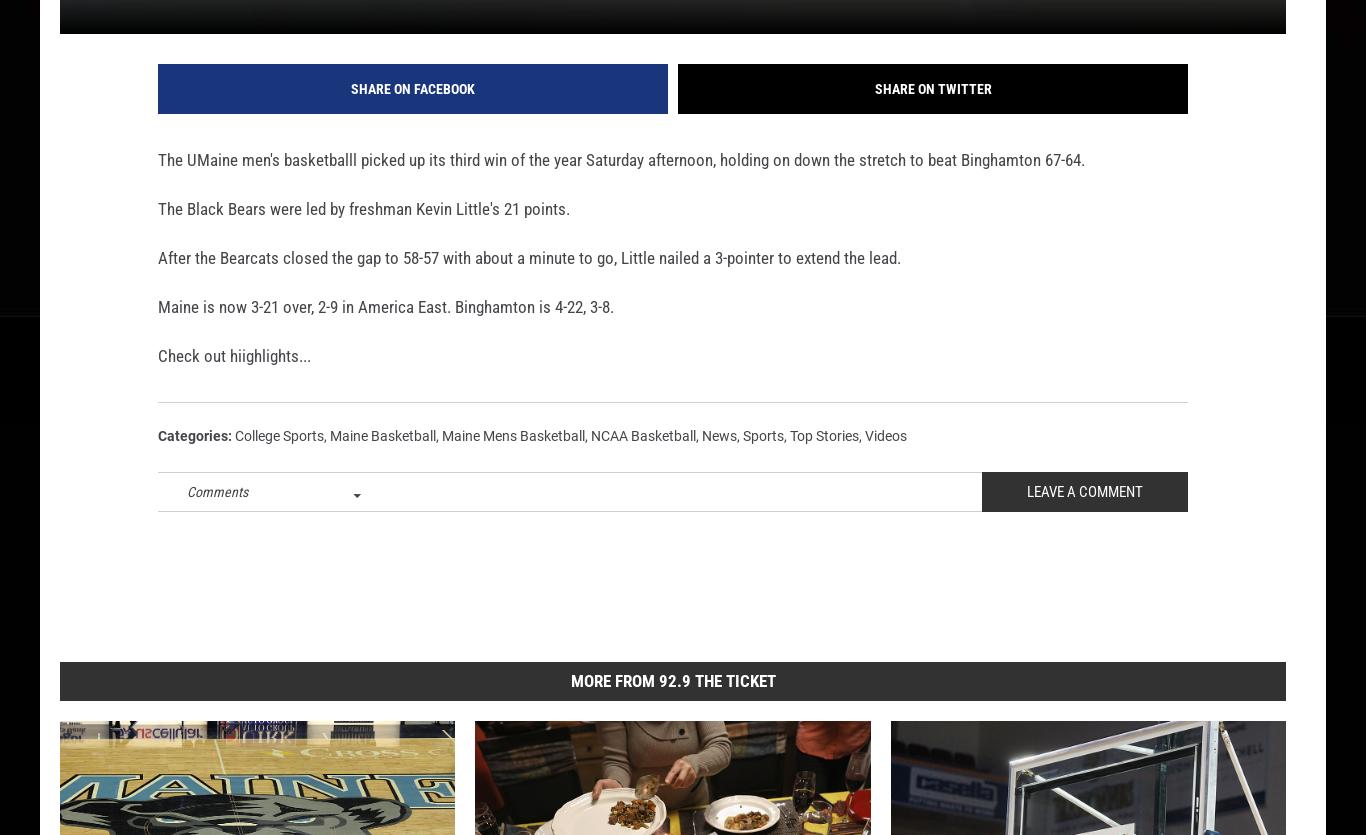  Describe the element at coordinates (251, 7) in the screenshot. I see `'Published: February 7, 2015'` at that location.